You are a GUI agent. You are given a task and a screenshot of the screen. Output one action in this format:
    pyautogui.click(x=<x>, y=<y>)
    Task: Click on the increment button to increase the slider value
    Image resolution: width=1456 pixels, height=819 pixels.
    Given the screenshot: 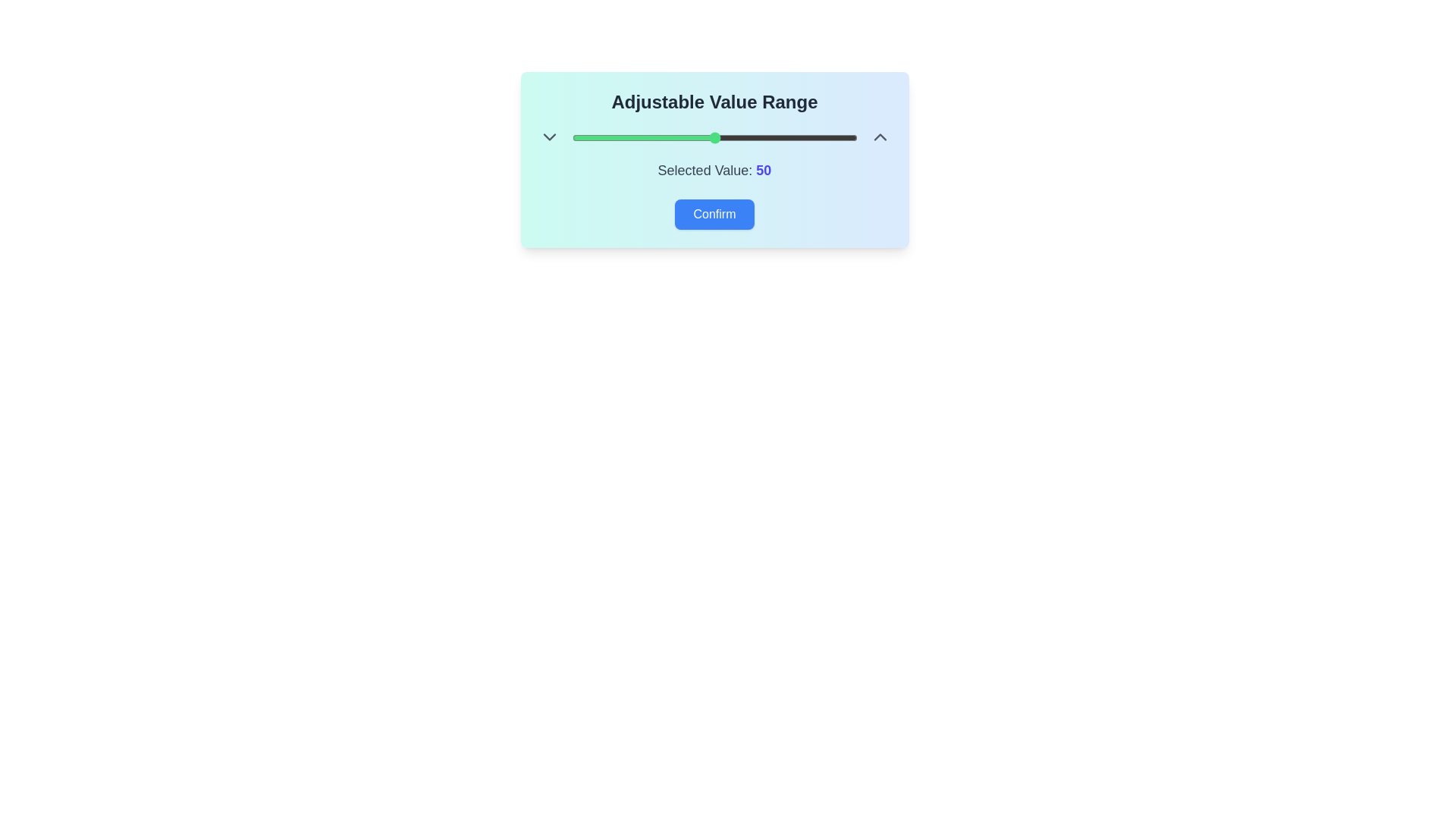 What is the action you would take?
    pyautogui.click(x=880, y=137)
    